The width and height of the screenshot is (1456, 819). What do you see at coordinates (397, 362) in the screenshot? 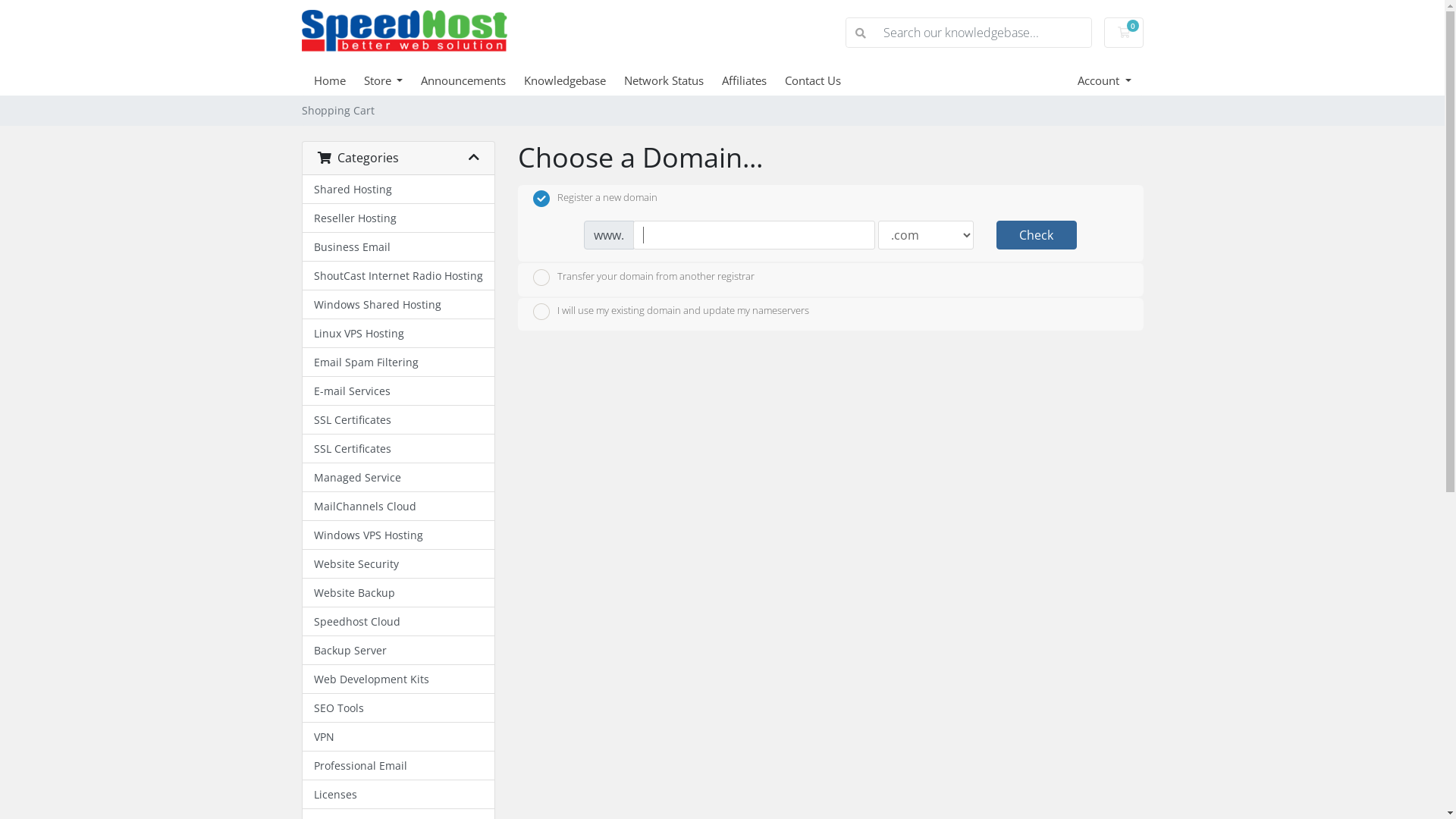
I see `'Email Spam Filtering'` at bounding box center [397, 362].